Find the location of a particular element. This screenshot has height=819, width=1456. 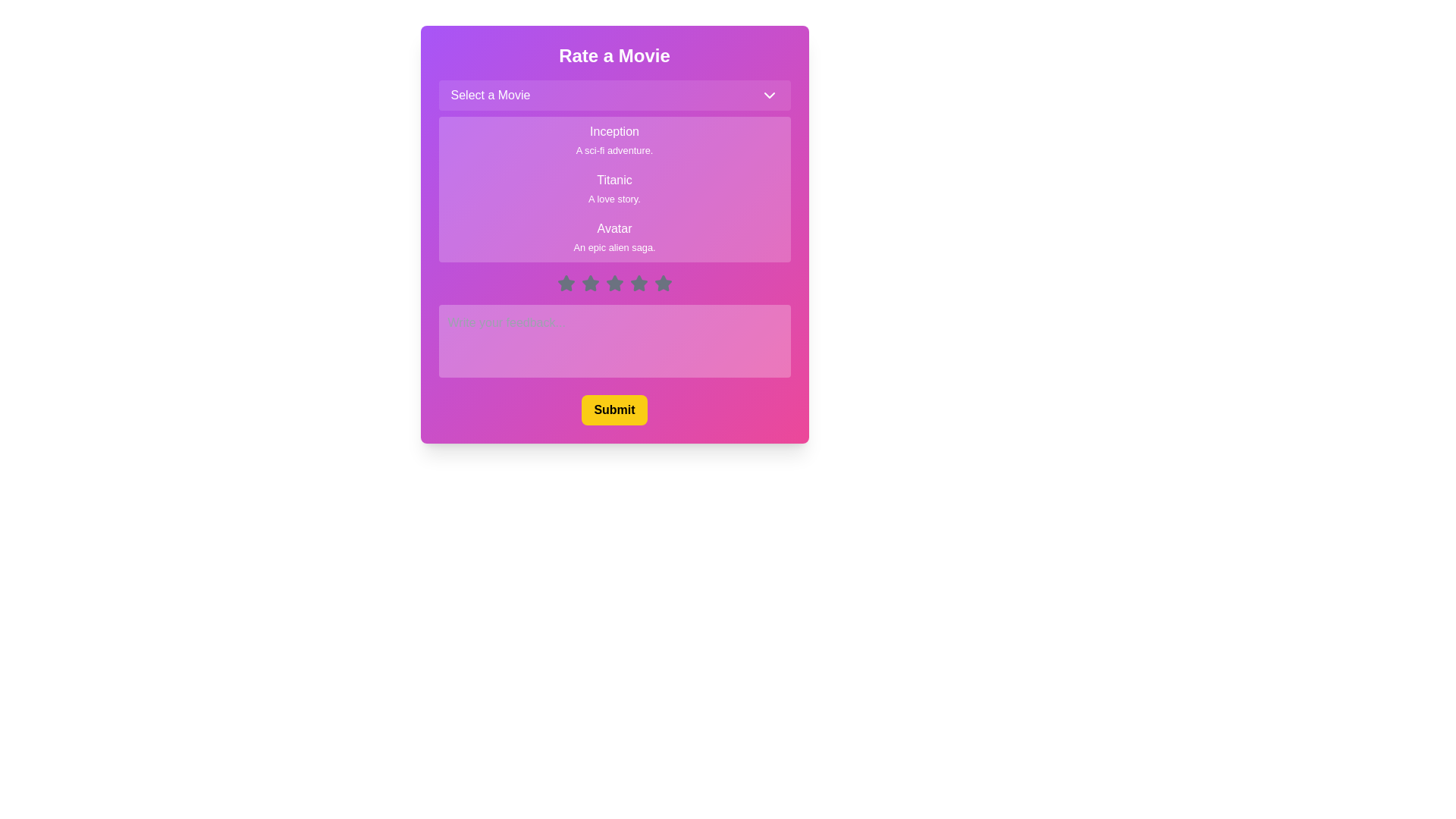

the first star icon in the star rating section is located at coordinates (565, 283).